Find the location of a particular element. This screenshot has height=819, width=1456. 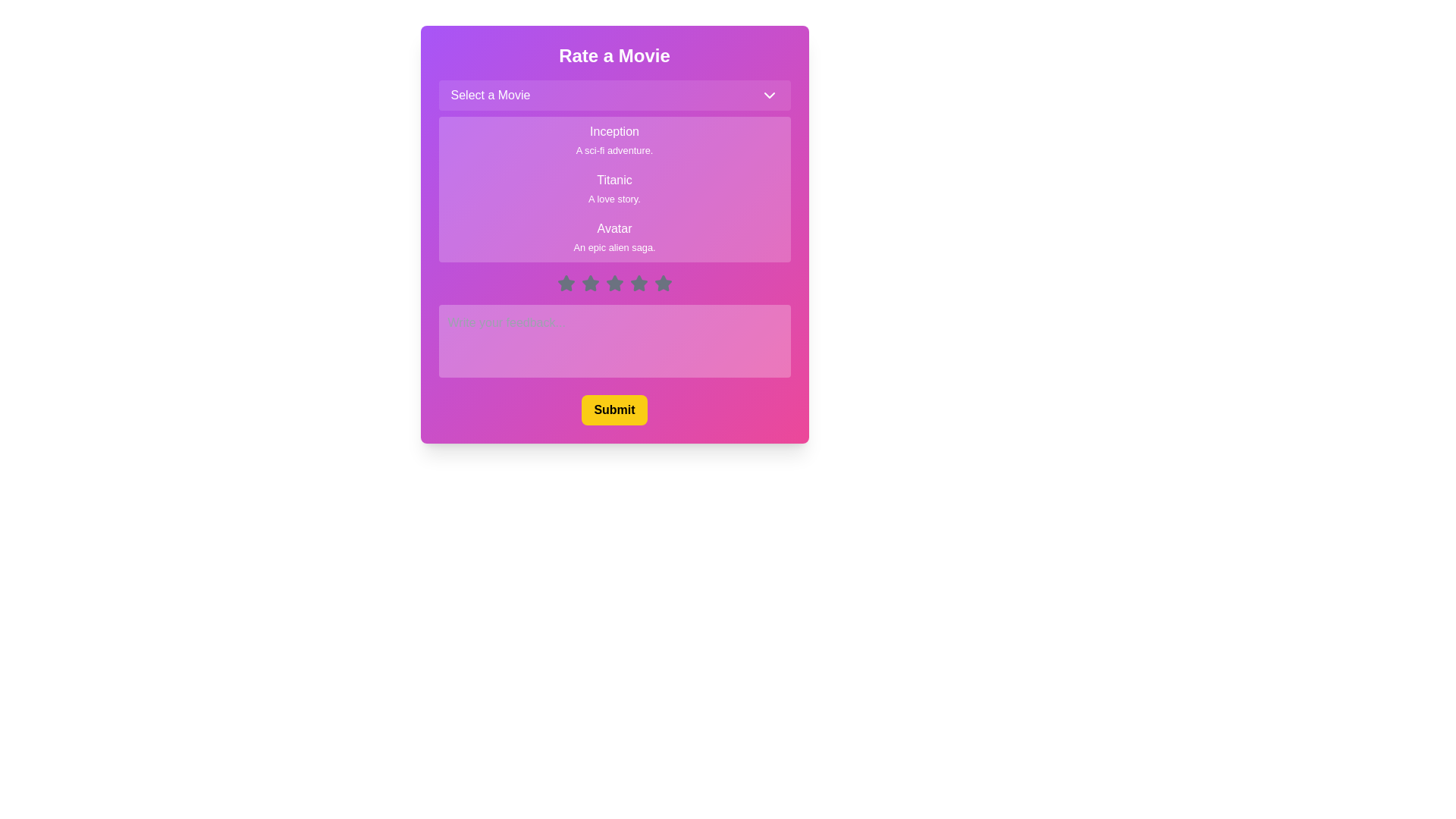

the first star icon in the star rating section is located at coordinates (565, 283).